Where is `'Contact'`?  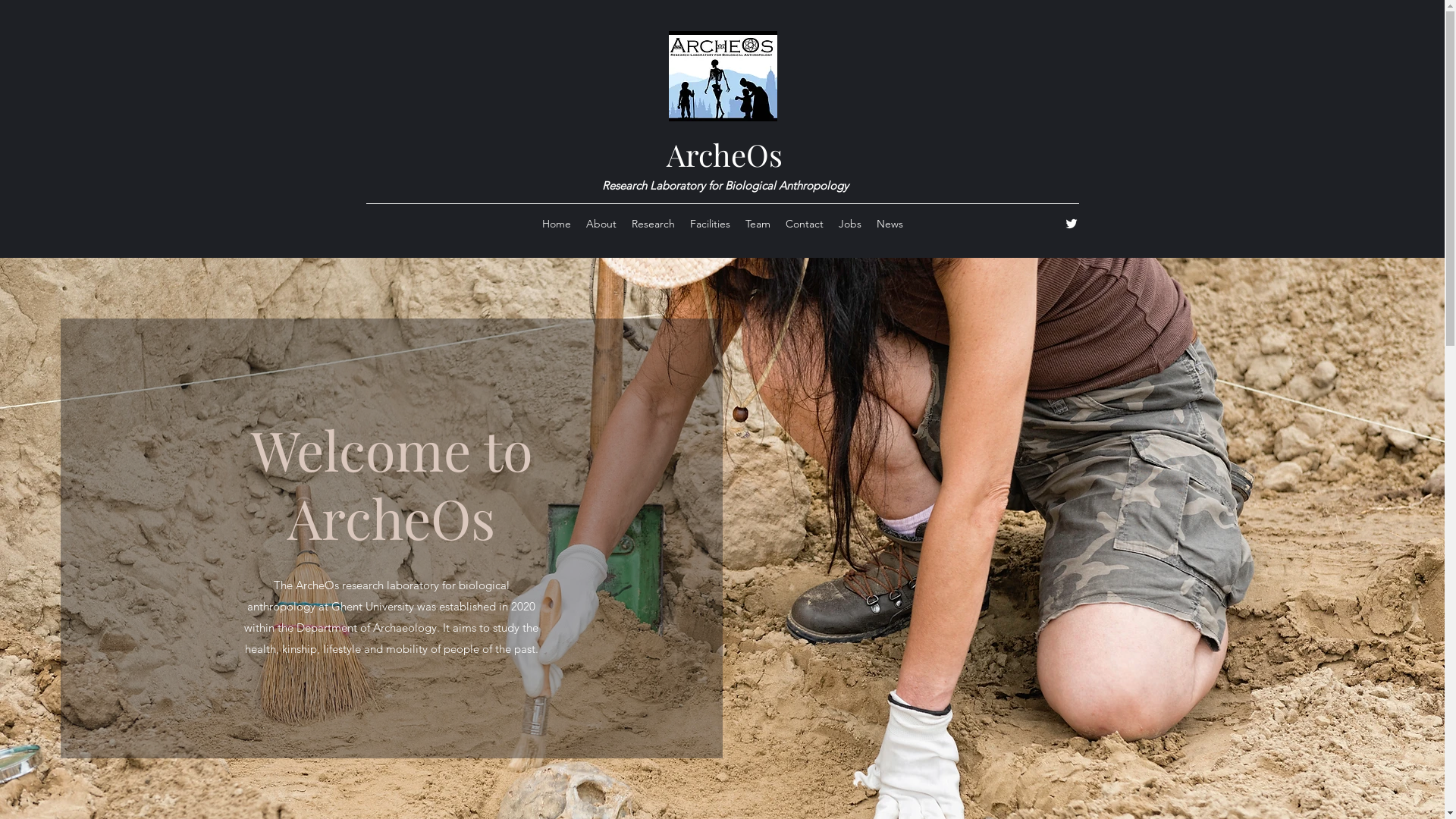
'Contact' is located at coordinates (803, 223).